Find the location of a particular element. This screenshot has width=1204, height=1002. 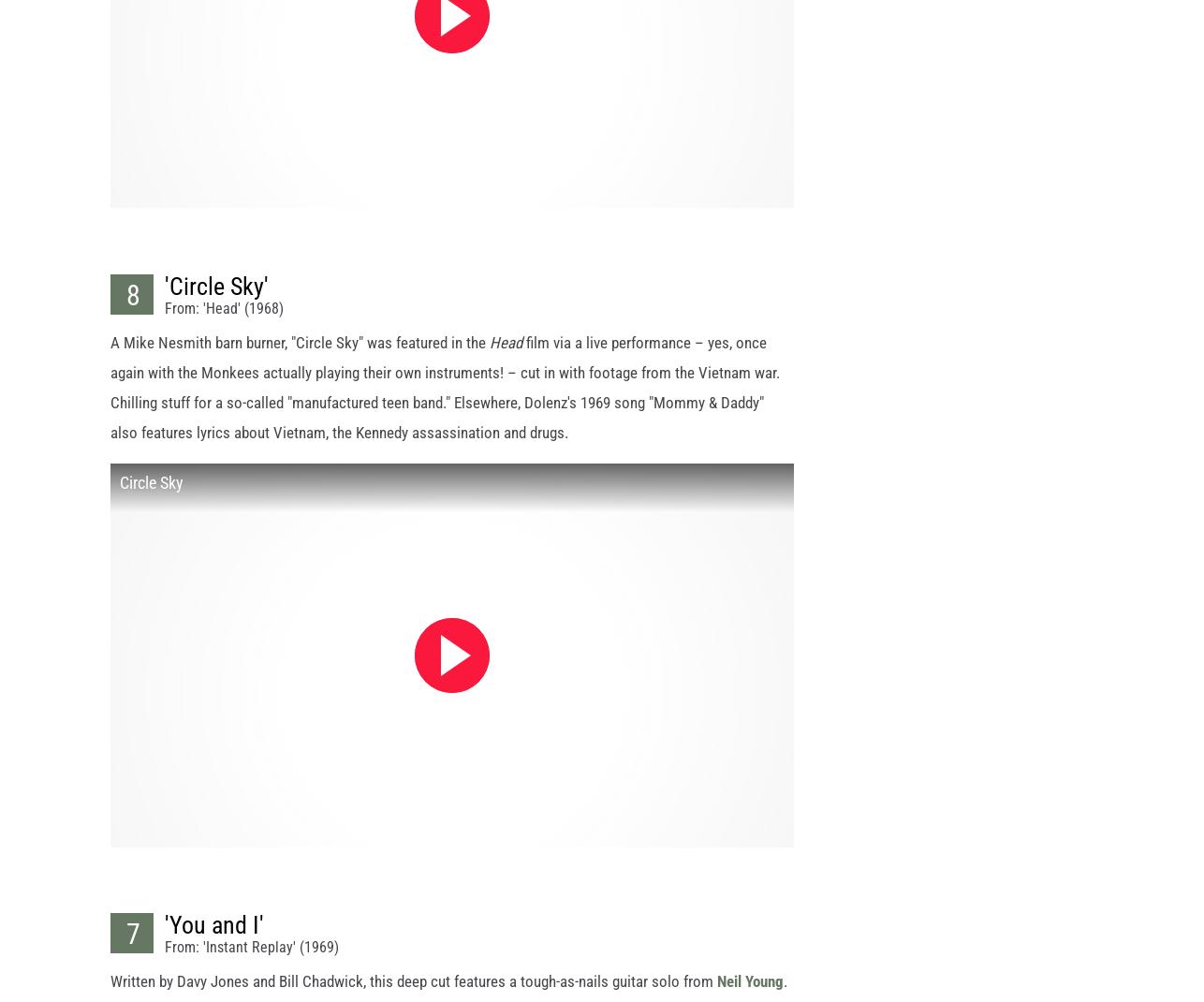

''Circle Sky'' is located at coordinates (216, 302).